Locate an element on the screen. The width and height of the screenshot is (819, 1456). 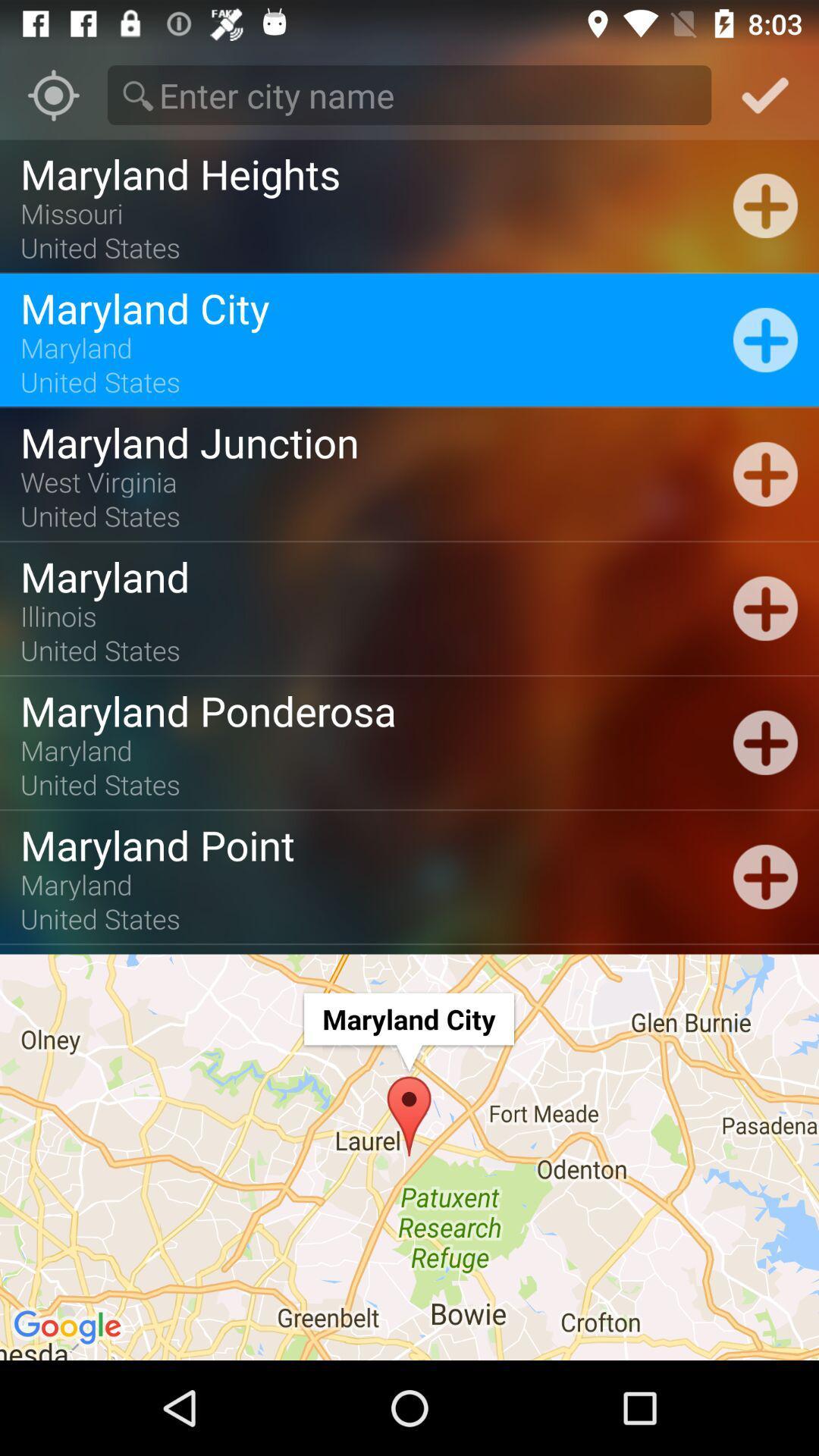
the 1st  plus icon is located at coordinates (765, 205).